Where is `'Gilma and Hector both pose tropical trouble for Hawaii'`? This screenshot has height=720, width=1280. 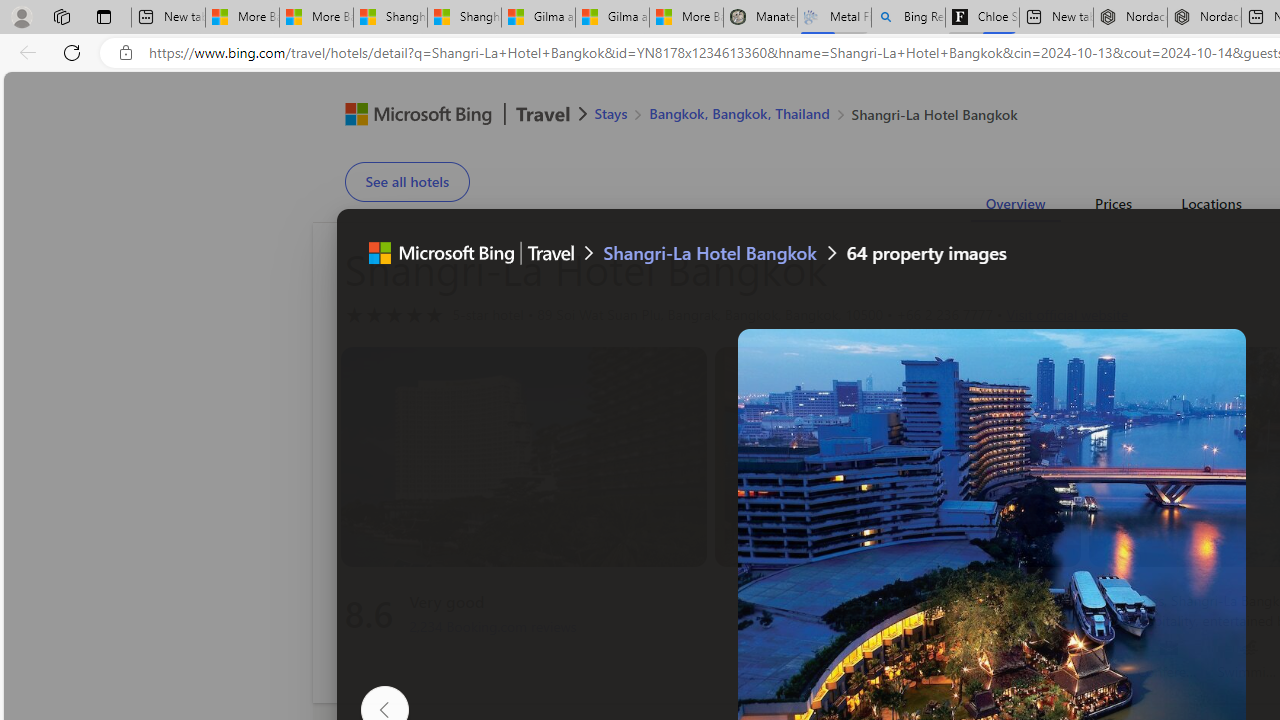 'Gilma and Hector both pose tropical trouble for Hawaii' is located at coordinates (611, 17).